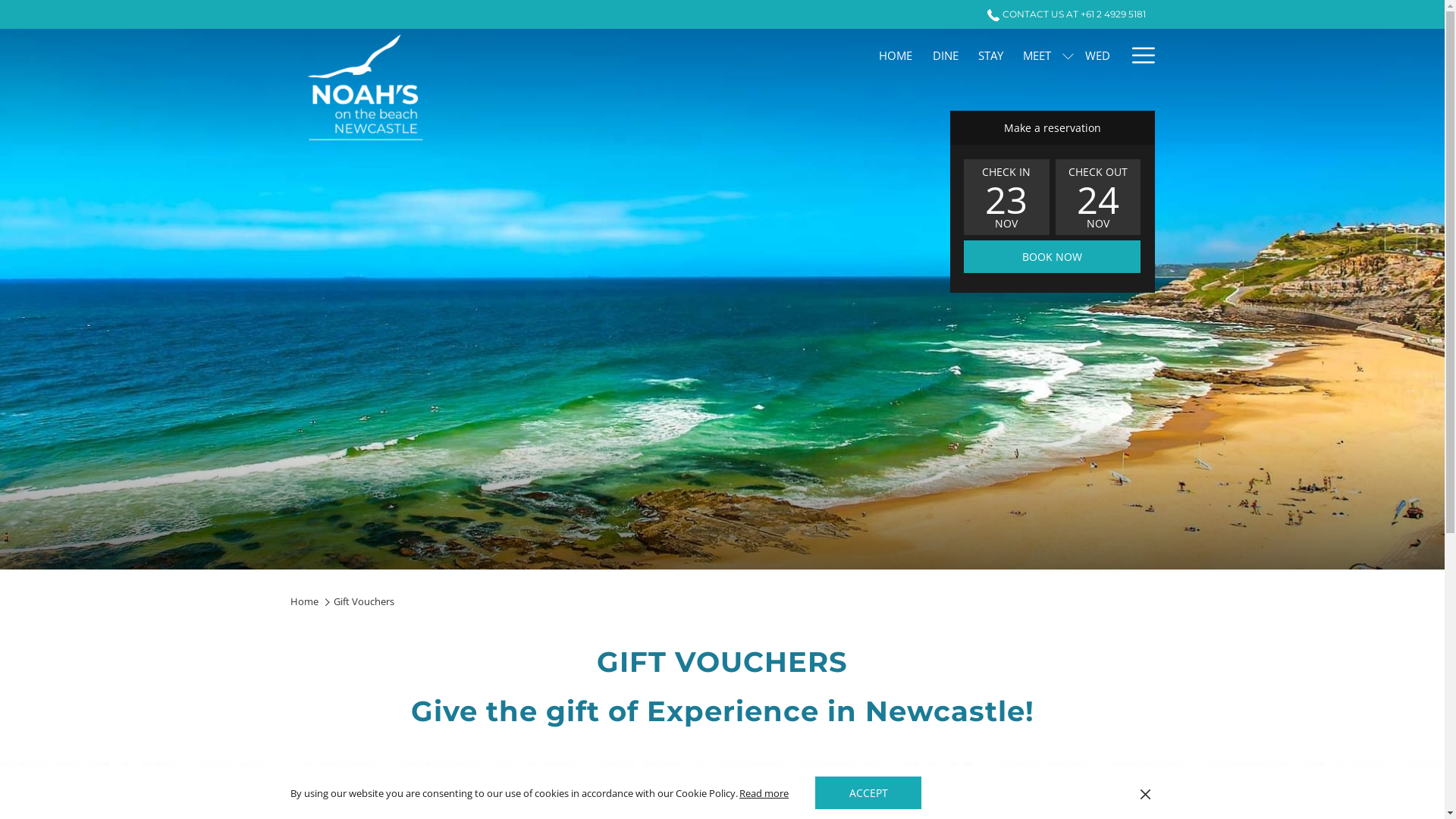 The width and height of the screenshot is (1456, 819). What do you see at coordinates (1137, 54) in the screenshot?
I see `'More link` at bounding box center [1137, 54].